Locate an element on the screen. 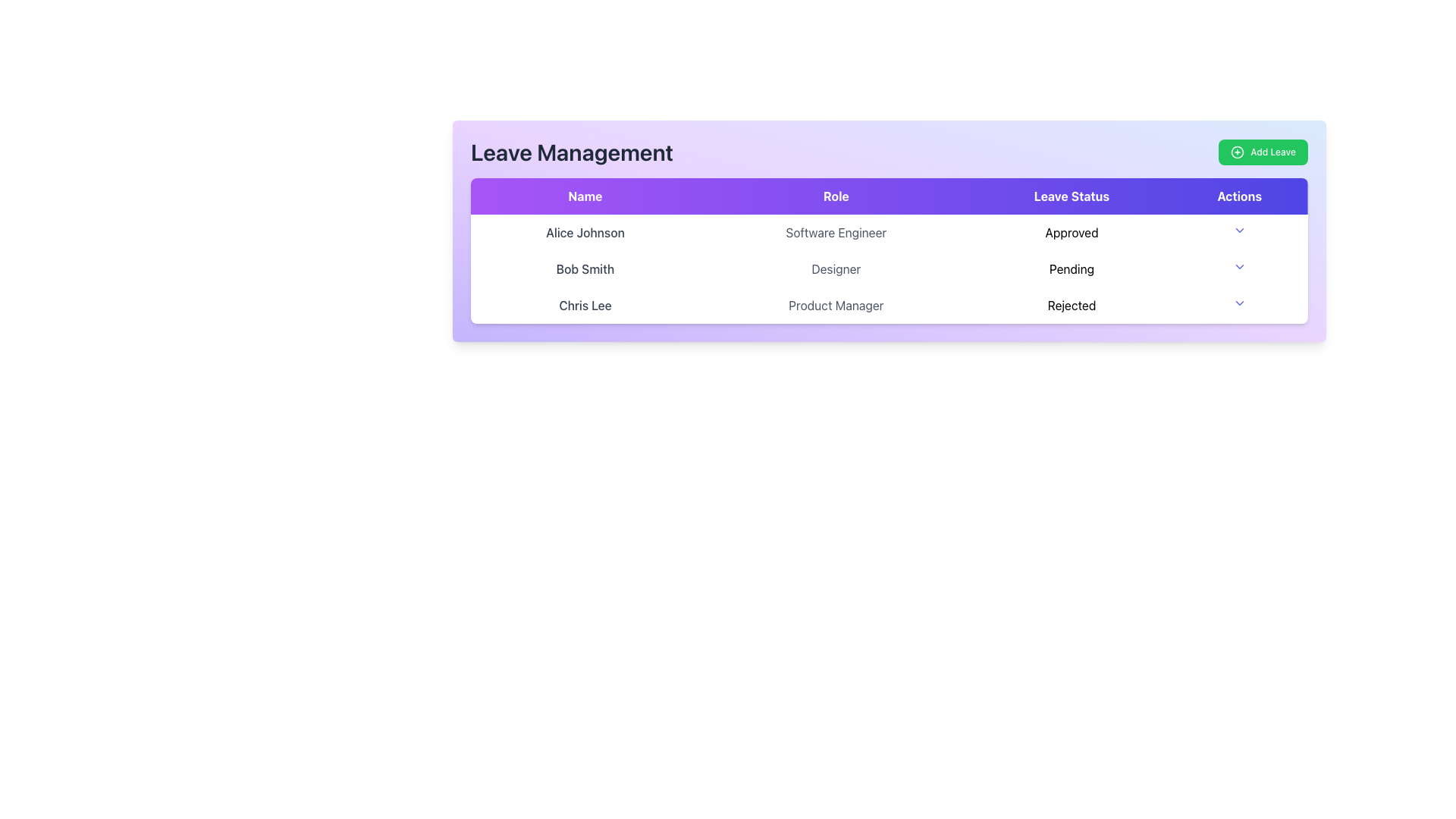 The height and width of the screenshot is (819, 1456). the Dropdown toggle for the 'Approved' leave request is located at coordinates (1239, 231).